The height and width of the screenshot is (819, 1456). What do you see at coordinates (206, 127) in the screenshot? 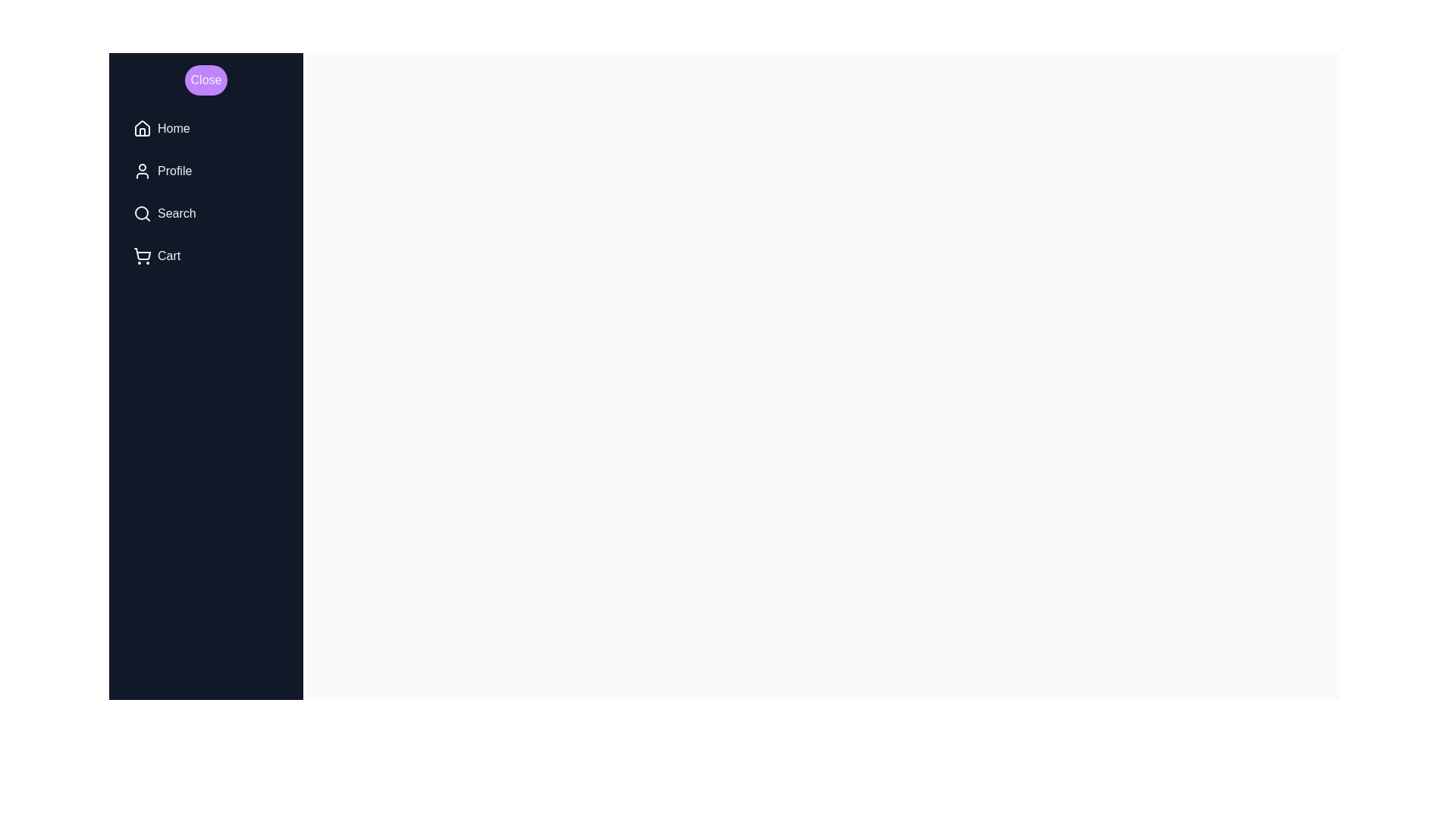
I see `the menu item Home to select it` at bounding box center [206, 127].